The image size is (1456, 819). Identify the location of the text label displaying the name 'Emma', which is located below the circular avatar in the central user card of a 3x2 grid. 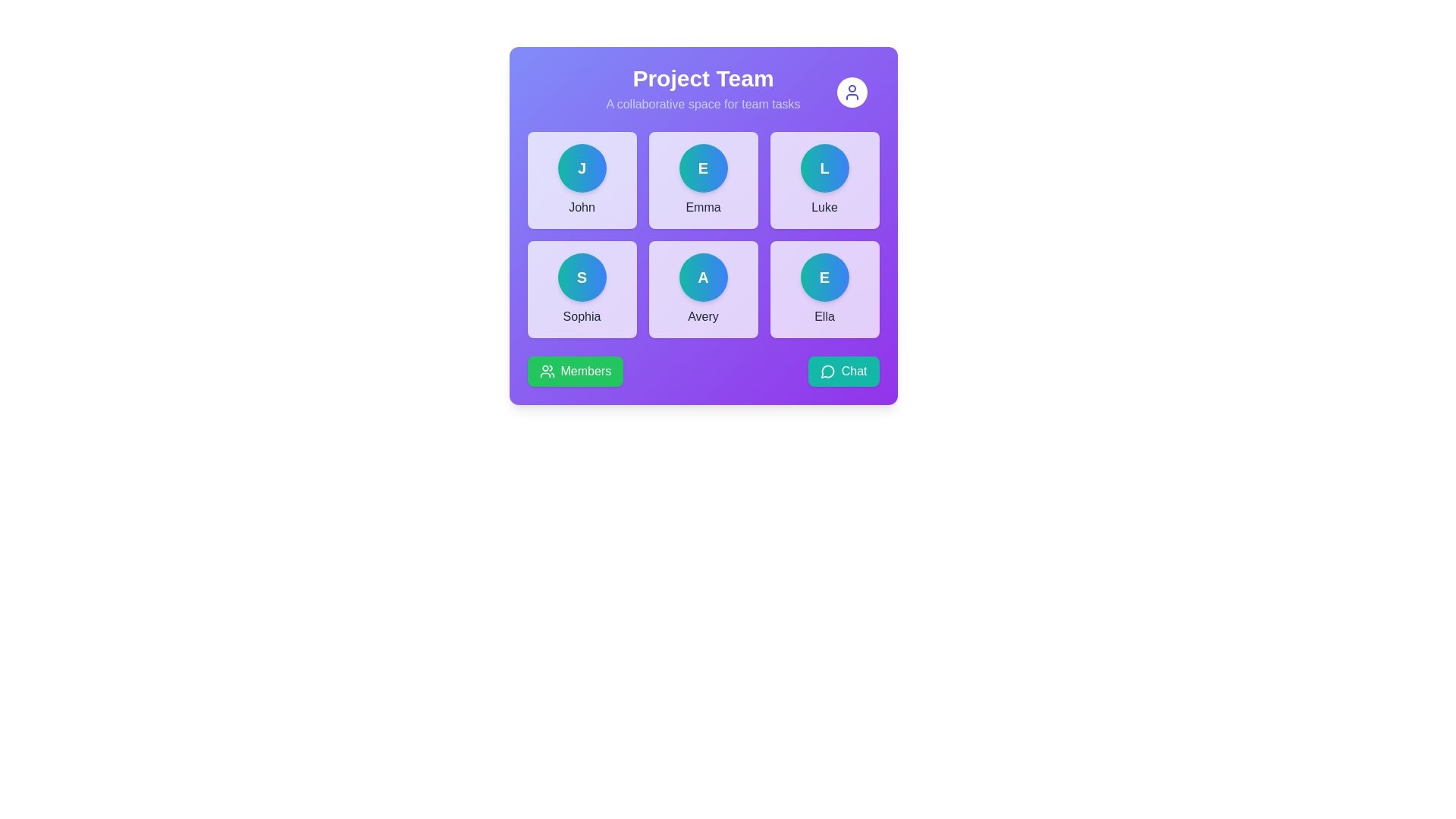
(702, 207).